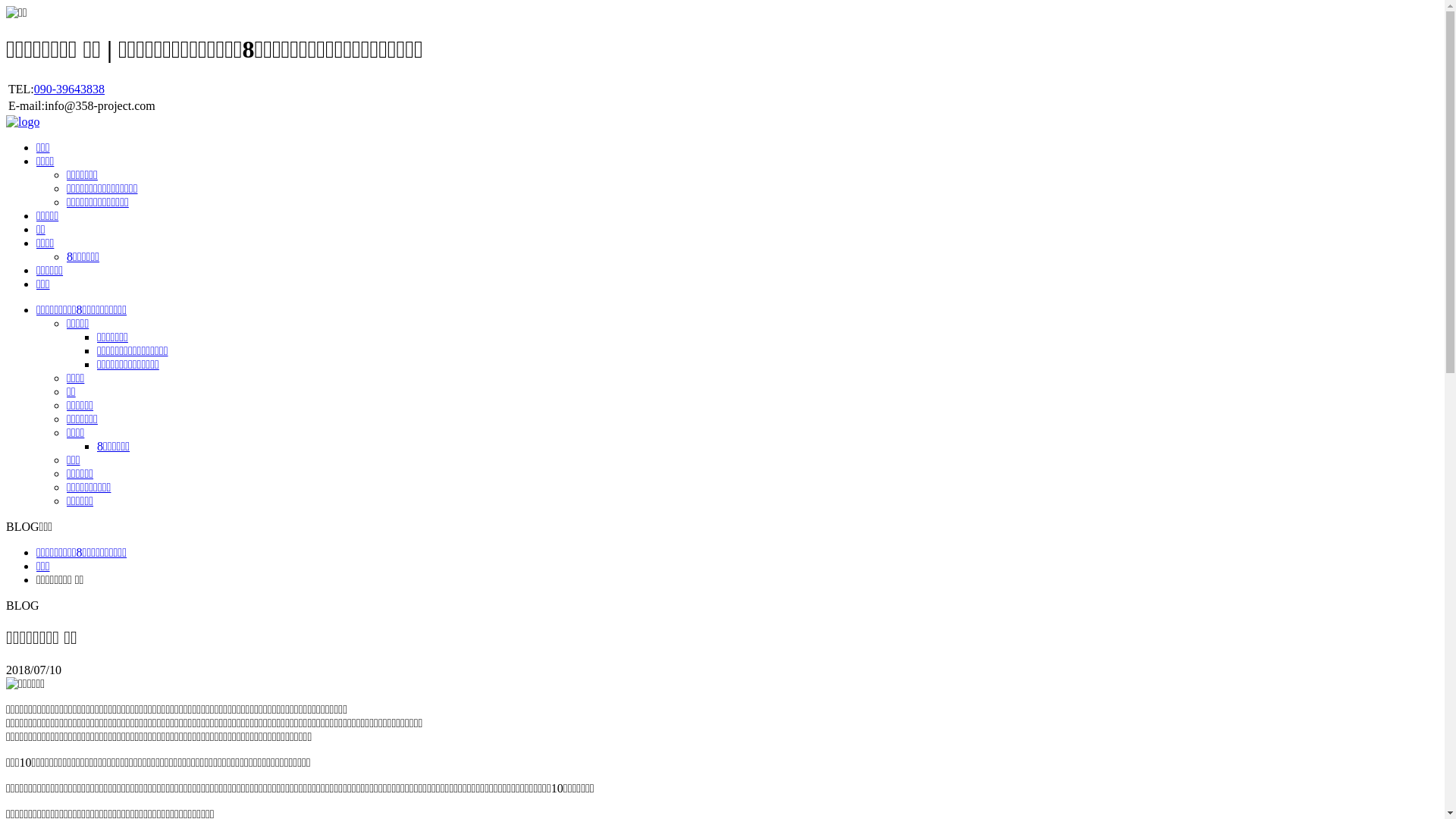 The width and height of the screenshot is (1456, 819). Describe the element at coordinates (33, 89) in the screenshot. I see `'090-39643838'` at that location.